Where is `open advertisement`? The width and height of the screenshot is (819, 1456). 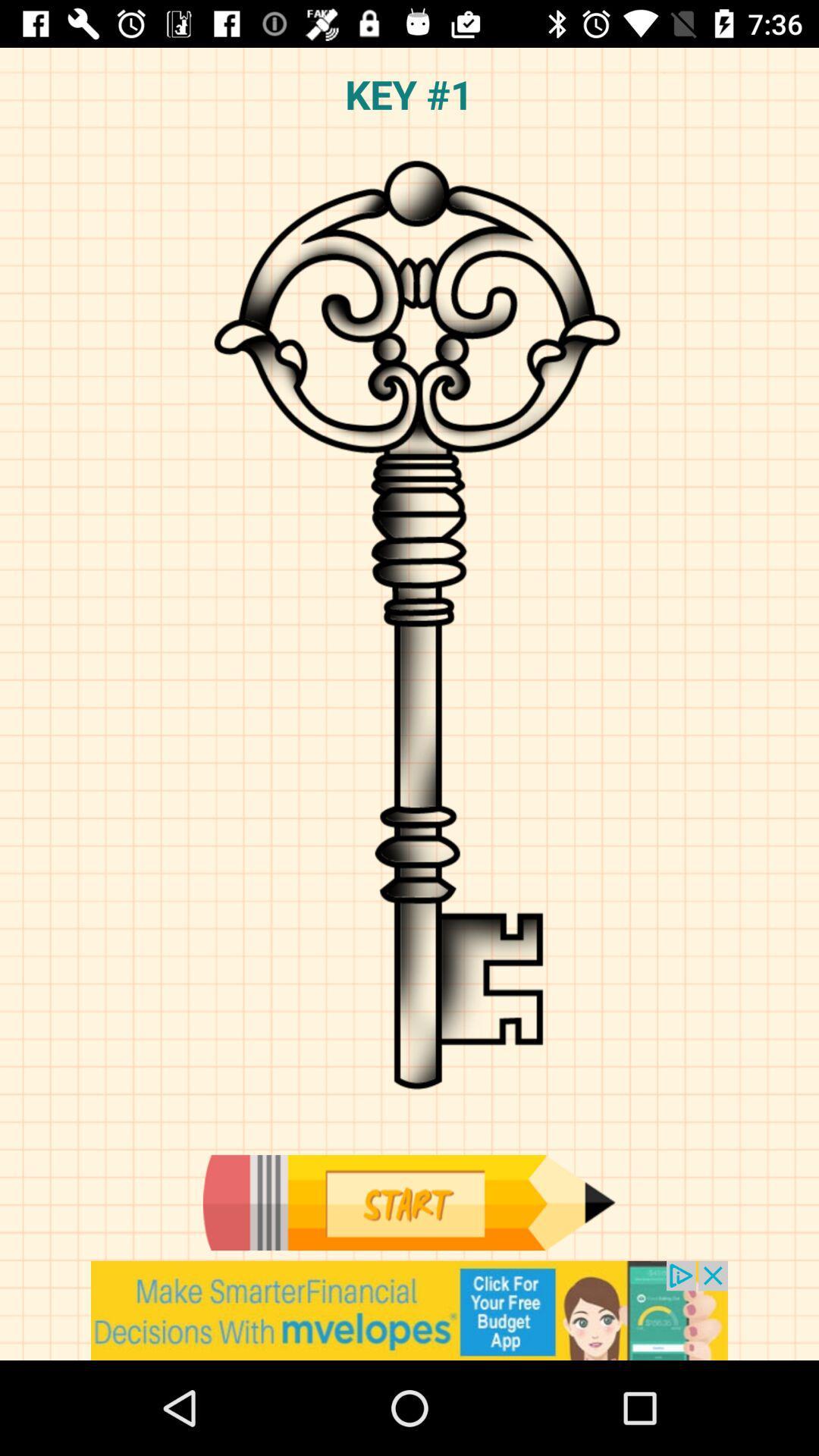
open advertisement is located at coordinates (409, 1310).